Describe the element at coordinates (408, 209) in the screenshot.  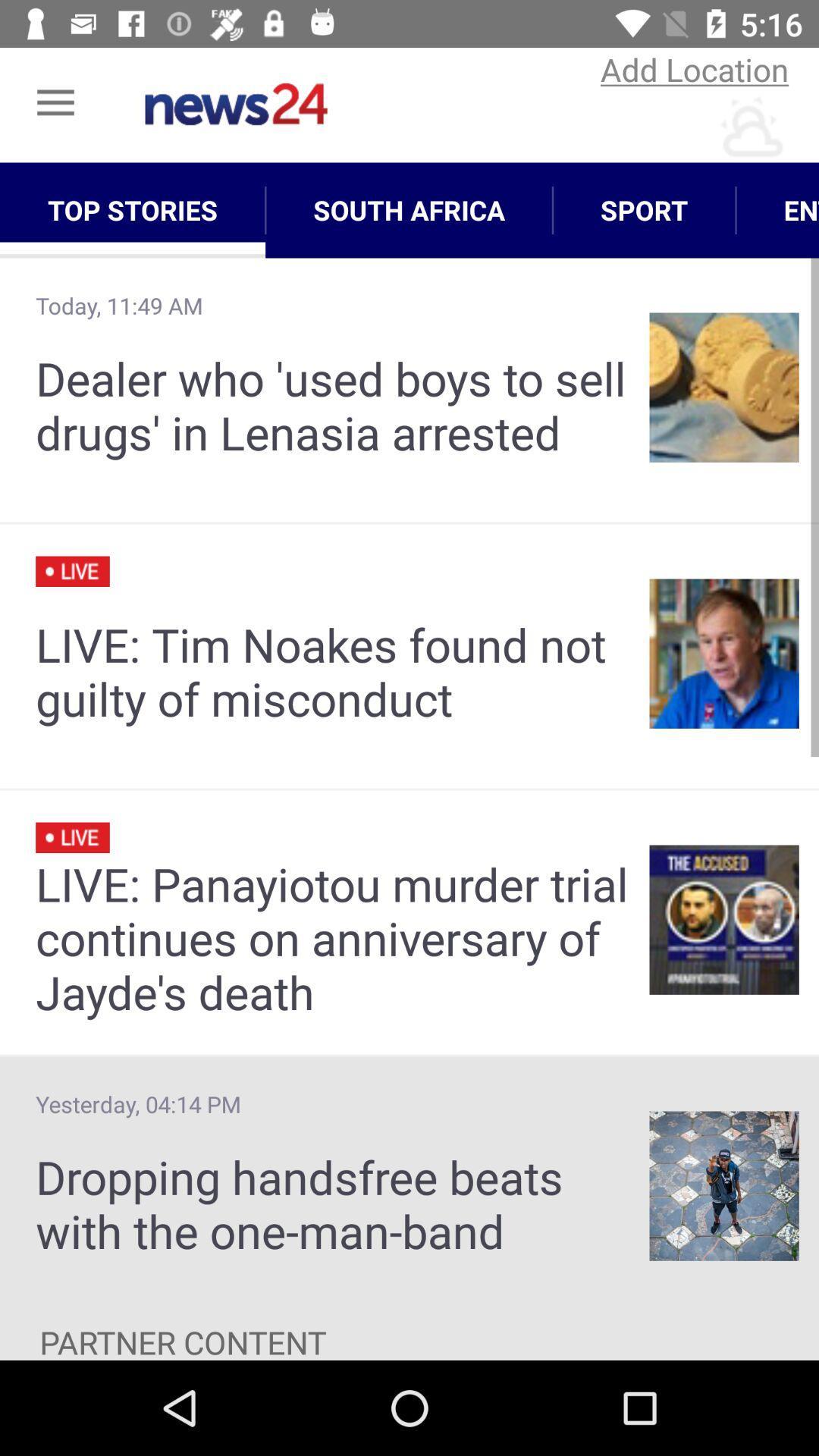
I see `app next to top stories` at that location.